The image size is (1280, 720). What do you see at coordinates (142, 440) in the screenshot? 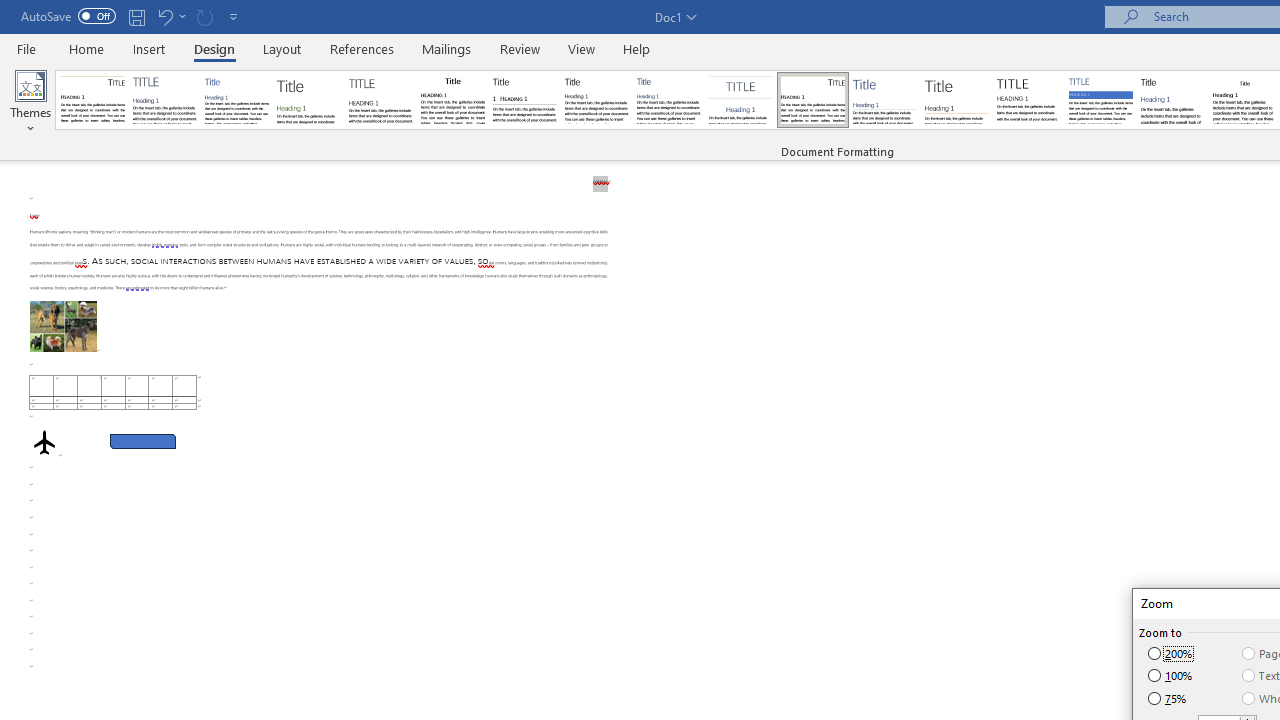
I see `'Rectangle: Diagonal Corners Snipped 2'` at bounding box center [142, 440].